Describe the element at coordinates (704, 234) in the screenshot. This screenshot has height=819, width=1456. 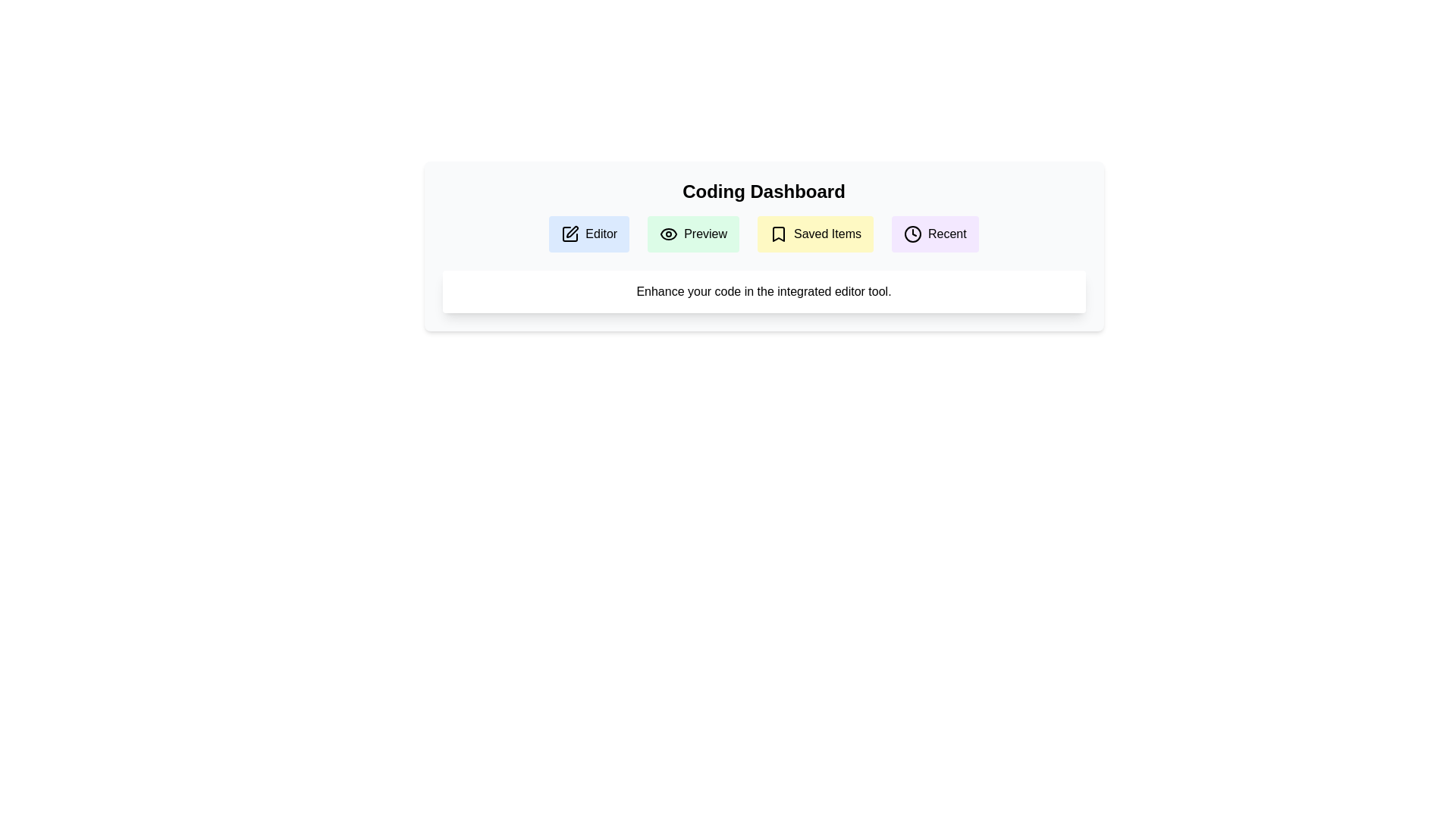
I see `the 'Preview' button, which is the second button from the left in a toolbar at the top-right of the UI` at that location.